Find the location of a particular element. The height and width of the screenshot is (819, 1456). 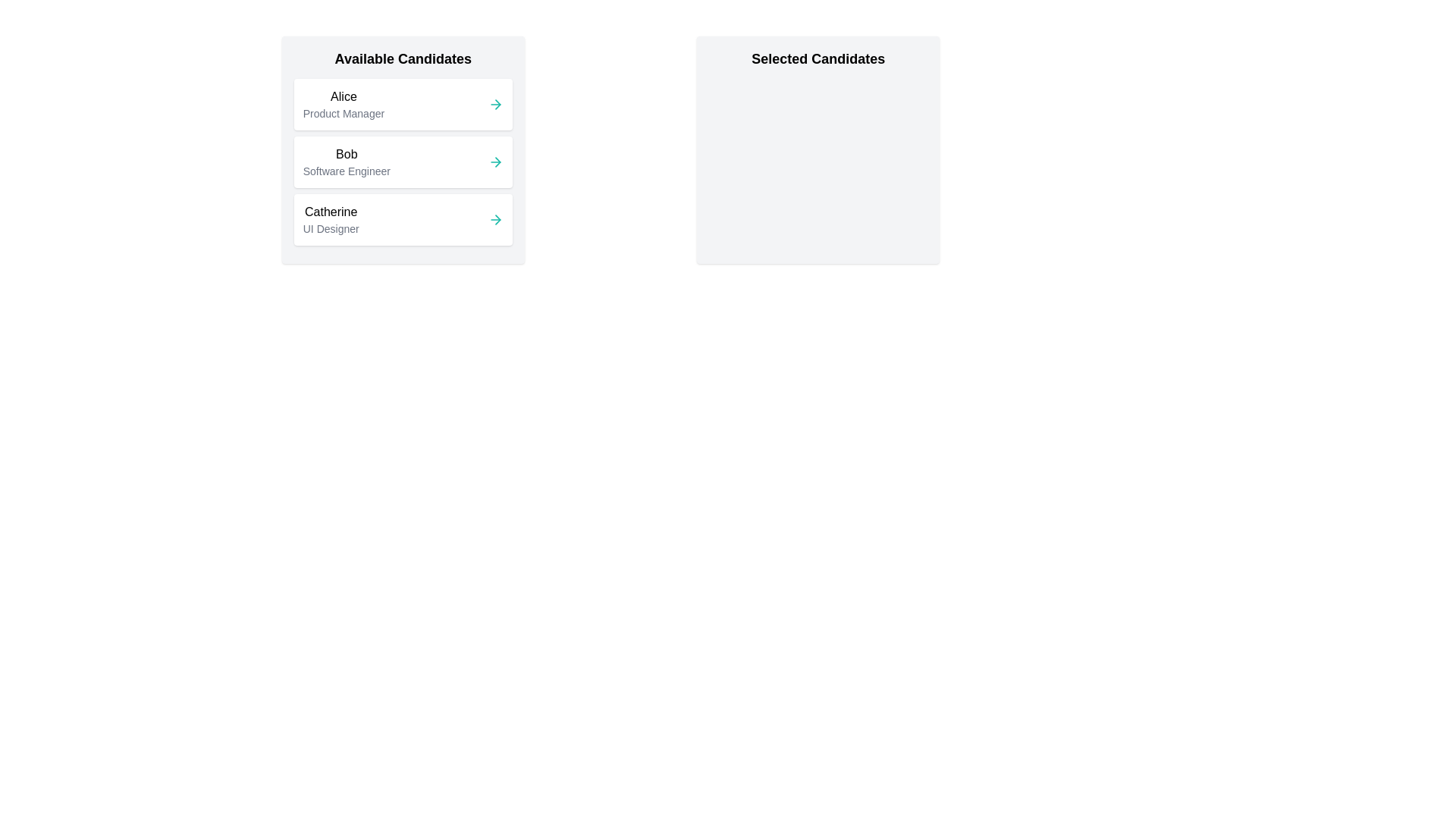

right arrow button next to the candidate Bob to select them is located at coordinates (495, 162).